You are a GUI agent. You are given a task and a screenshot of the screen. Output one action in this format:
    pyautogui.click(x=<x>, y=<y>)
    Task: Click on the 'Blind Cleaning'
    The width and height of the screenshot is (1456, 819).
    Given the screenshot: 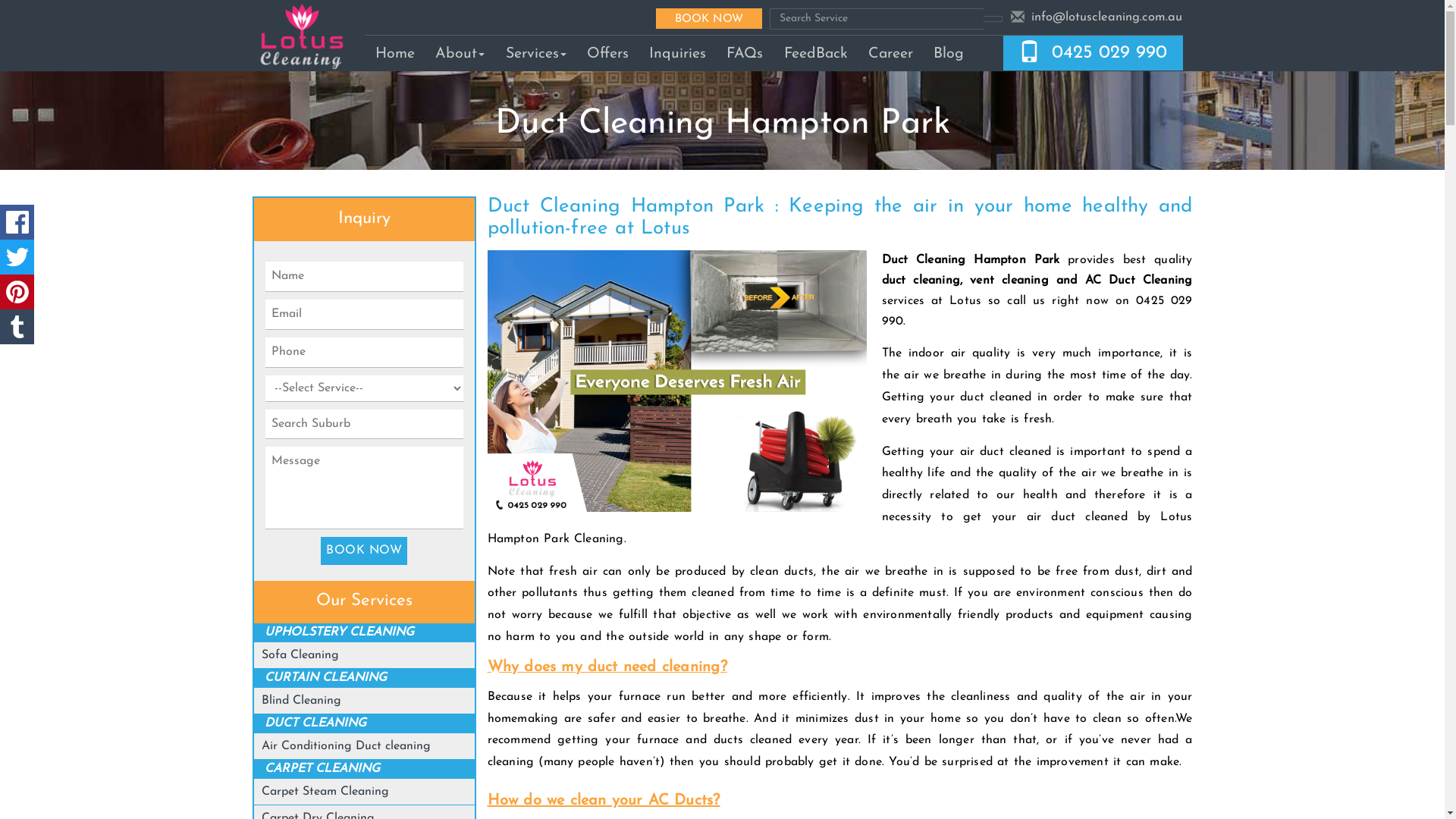 What is the action you would take?
    pyautogui.click(x=301, y=701)
    